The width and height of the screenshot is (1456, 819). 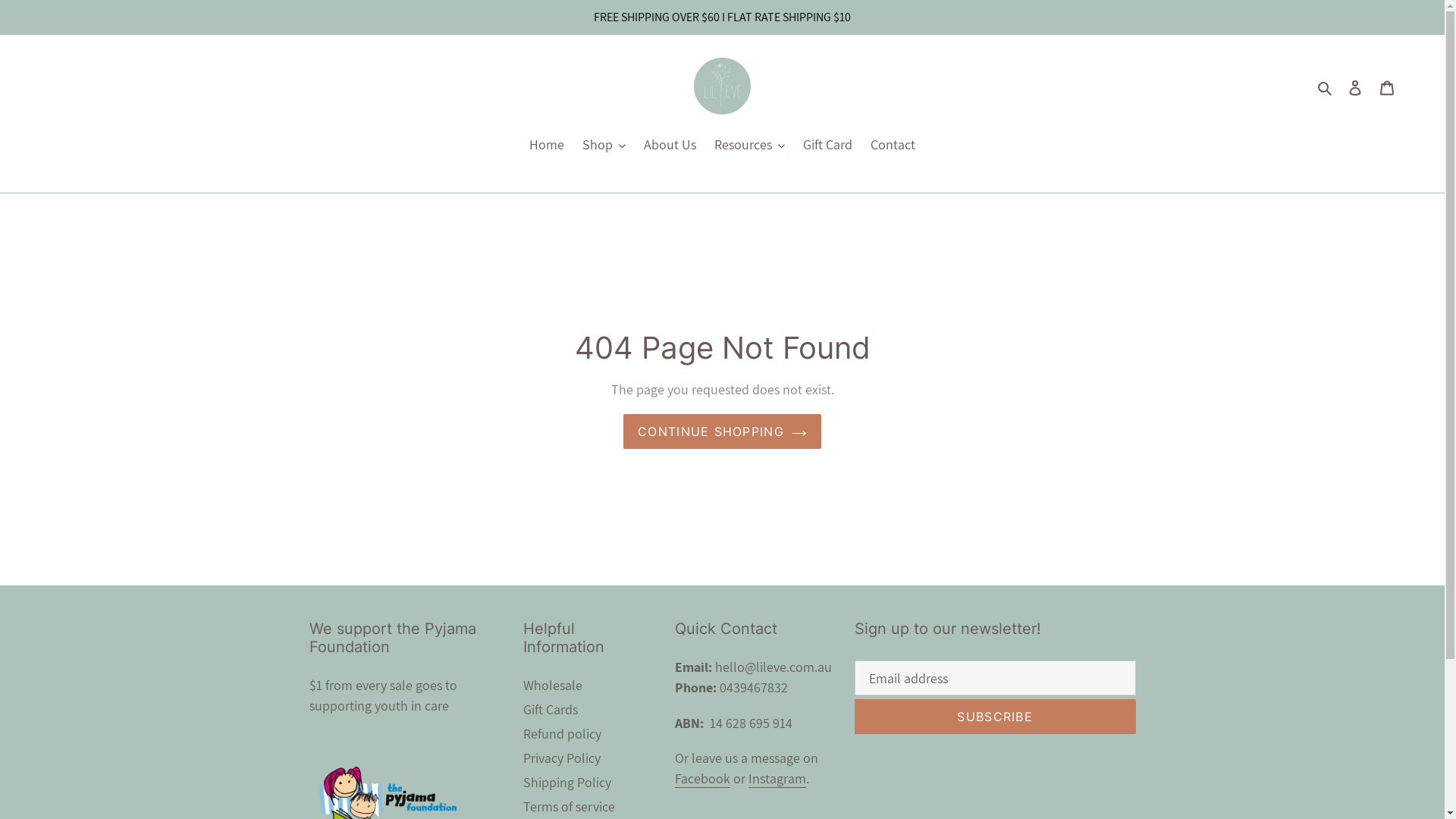 What do you see at coordinates (1312, 86) in the screenshot?
I see `'Search'` at bounding box center [1312, 86].